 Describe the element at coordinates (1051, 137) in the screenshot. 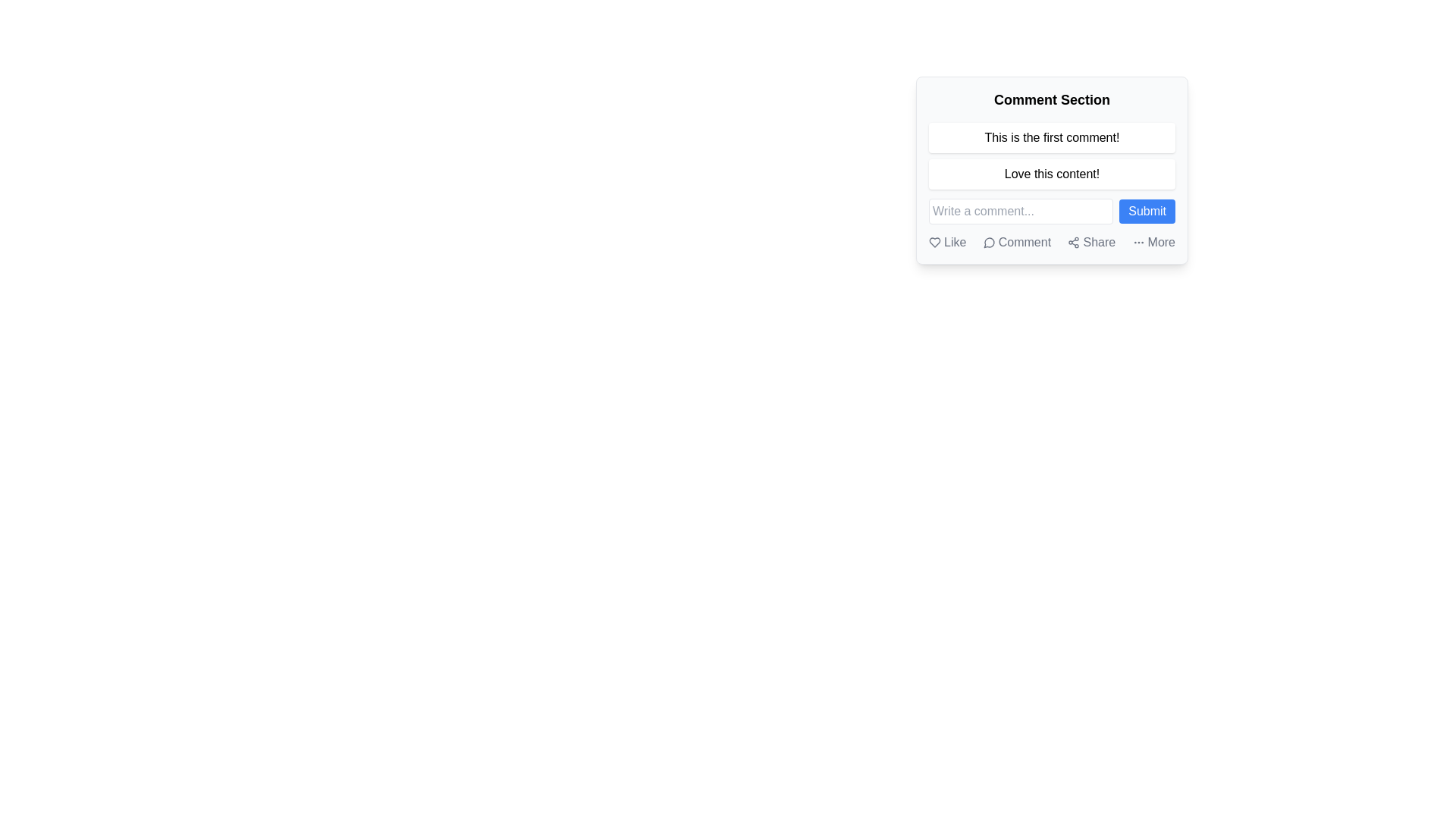

I see `displayed text of the Text Label that shows 'This is the first comment!' positioned in the Comment Section, above the element with 'Love this content!'` at that location.